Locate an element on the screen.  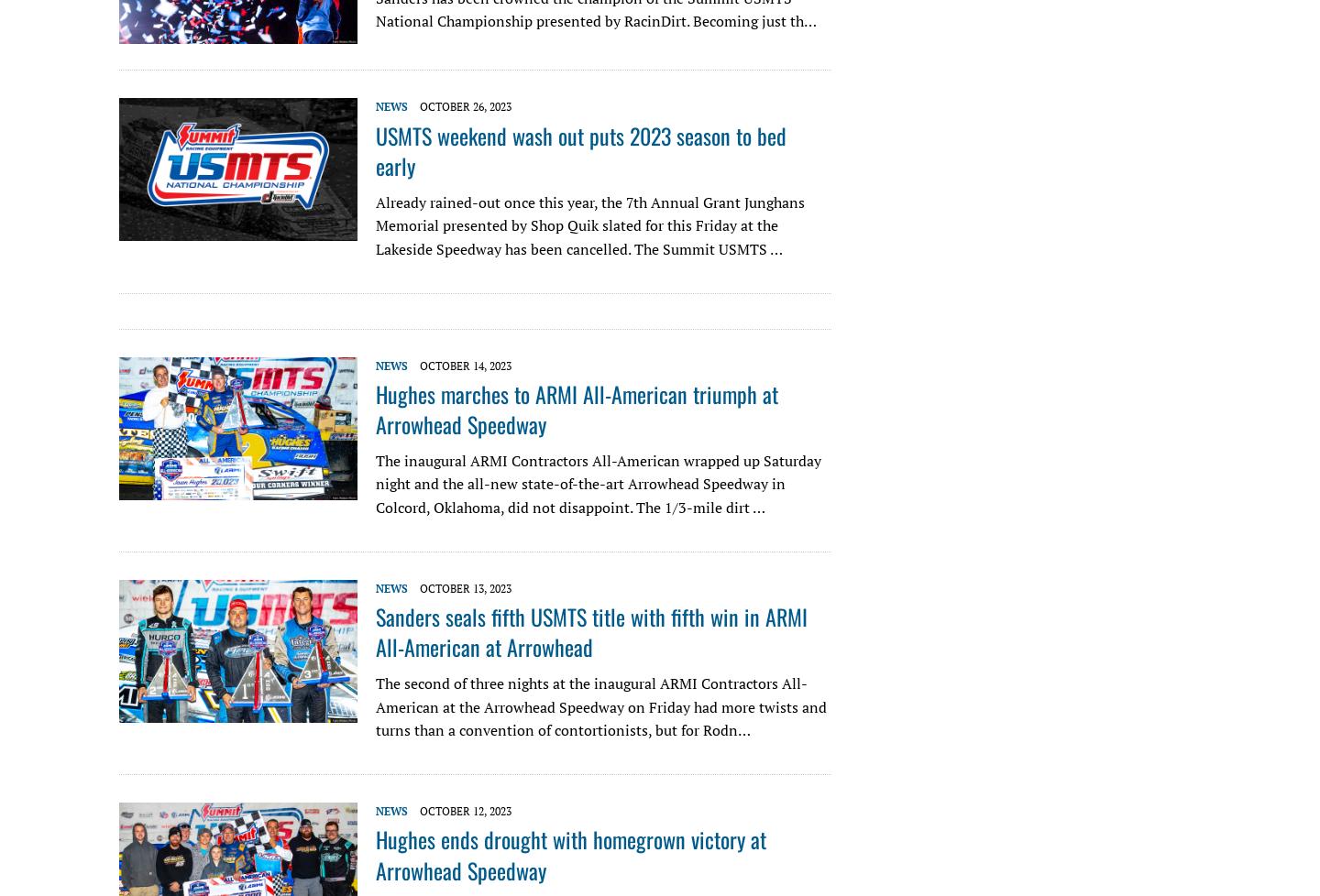
'Hughes ends drought with homegrown victory at Arrowhead Speedway' is located at coordinates (569, 853).